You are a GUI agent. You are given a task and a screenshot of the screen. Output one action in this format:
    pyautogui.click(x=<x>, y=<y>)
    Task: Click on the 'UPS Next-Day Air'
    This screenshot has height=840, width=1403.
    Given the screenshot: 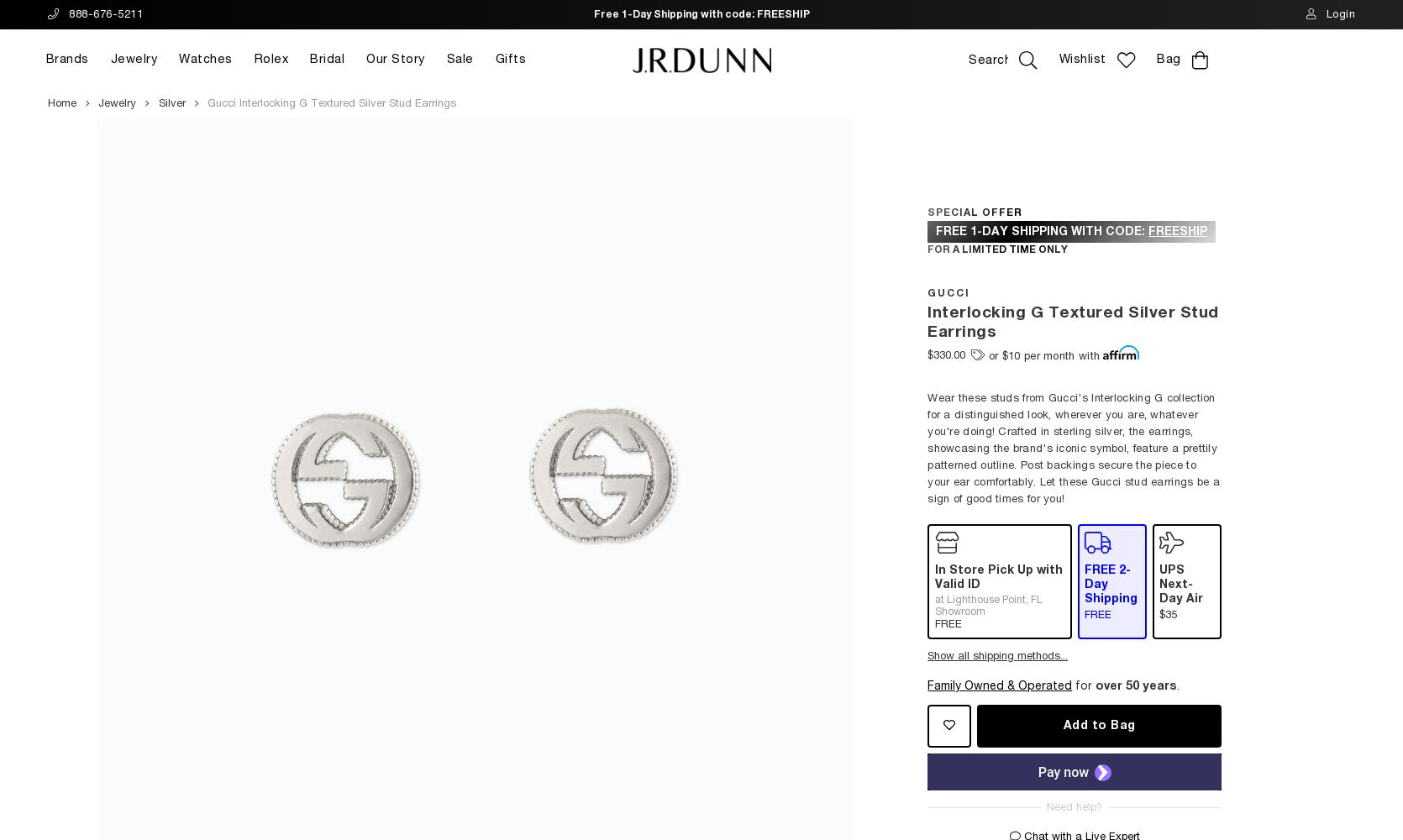 What is the action you would take?
    pyautogui.click(x=1180, y=583)
    